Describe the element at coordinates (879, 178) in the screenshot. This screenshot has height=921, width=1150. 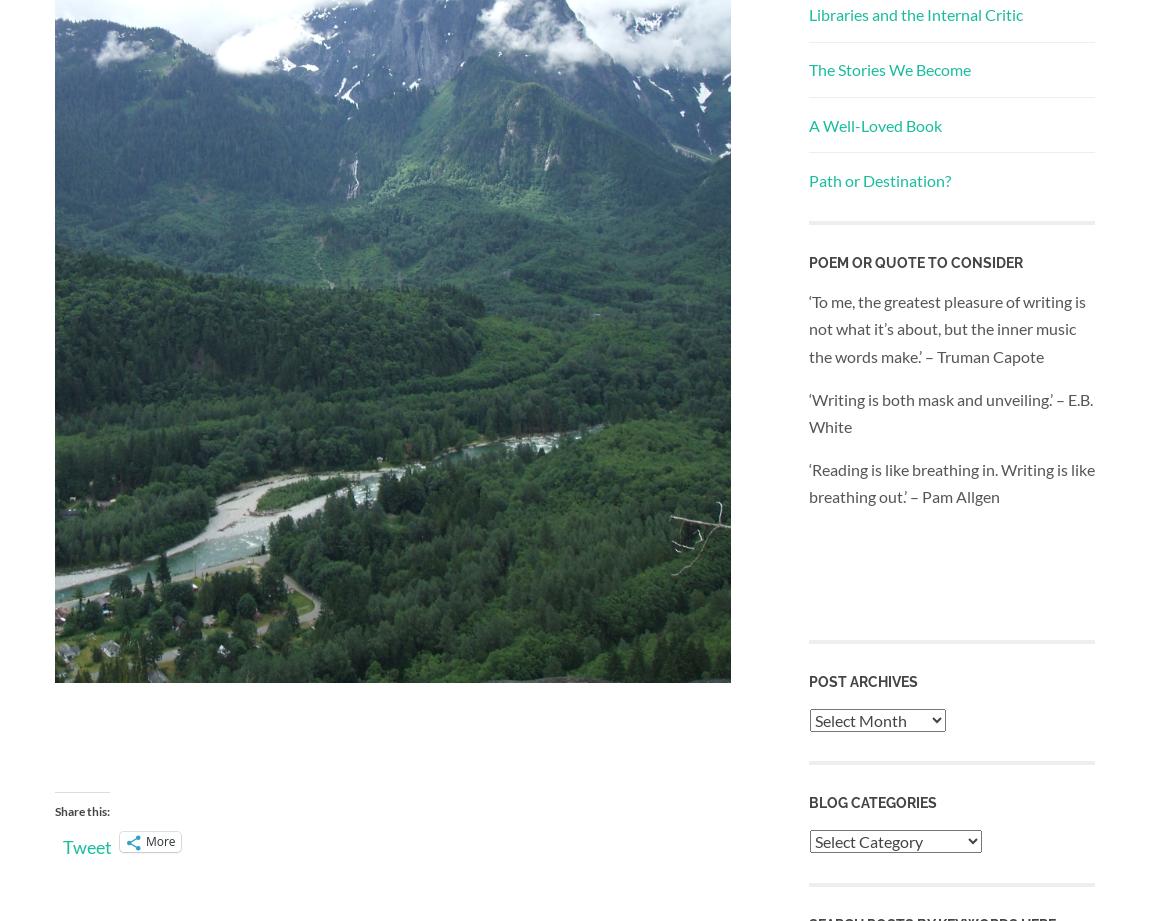
I see `'Path or Destination?'` at that location.